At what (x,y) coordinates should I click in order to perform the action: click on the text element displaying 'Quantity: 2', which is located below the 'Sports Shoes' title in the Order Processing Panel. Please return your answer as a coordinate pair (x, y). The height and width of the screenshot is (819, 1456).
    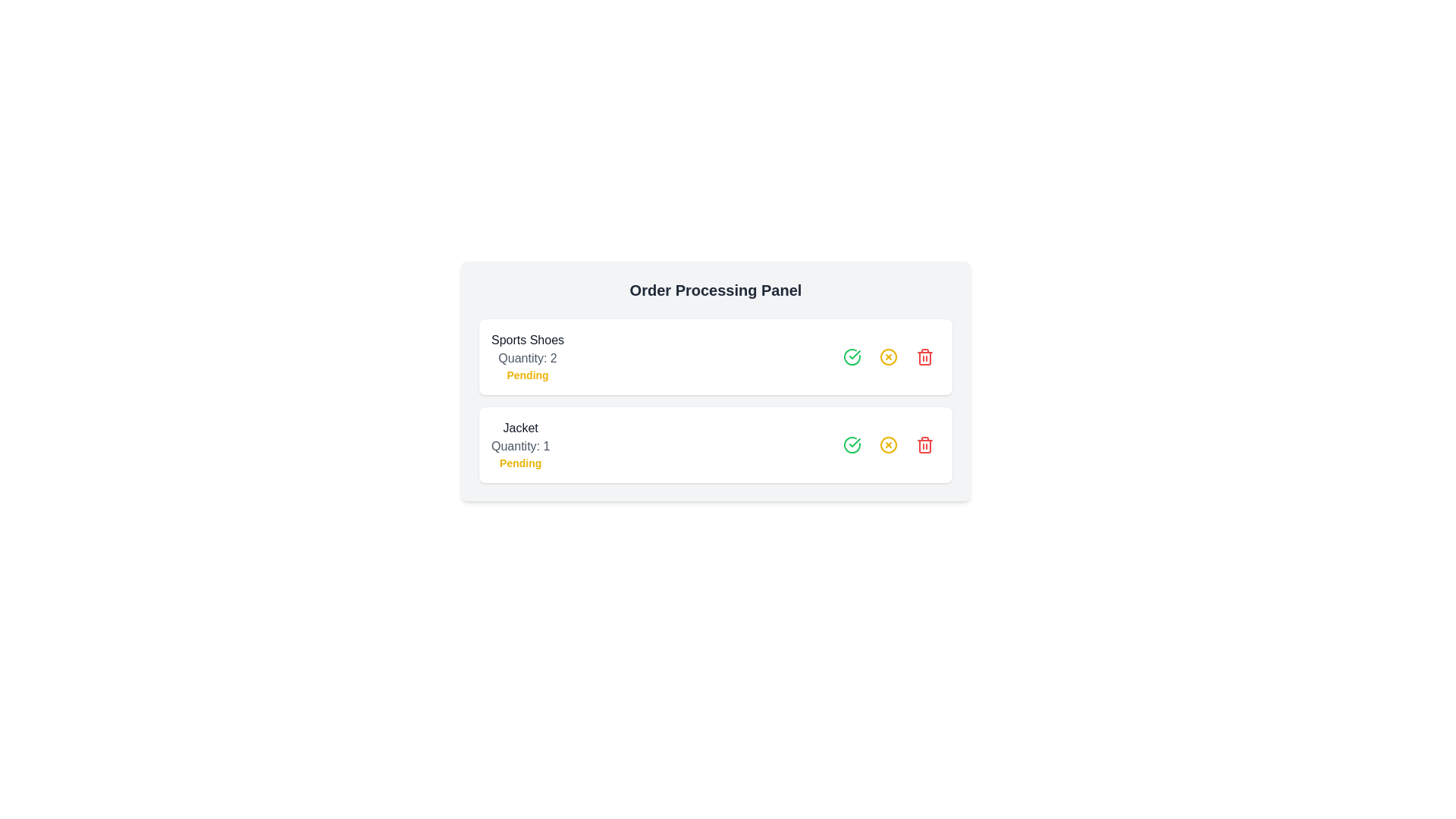
    Looking at the image, I should click on (528, 359).